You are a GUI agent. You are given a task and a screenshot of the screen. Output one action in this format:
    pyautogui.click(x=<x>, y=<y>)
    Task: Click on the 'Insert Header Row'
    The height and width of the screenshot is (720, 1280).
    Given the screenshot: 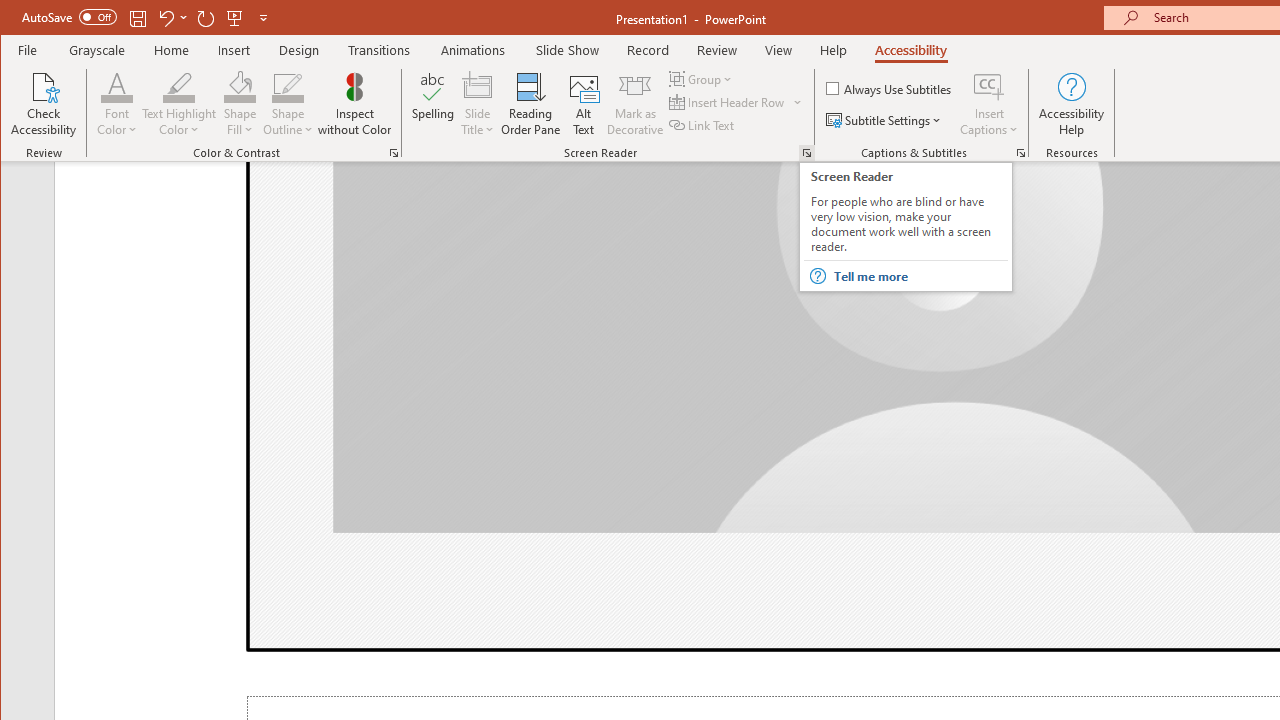 What is the action you would take?
    pyautogui.click(x=735, y=102)
    